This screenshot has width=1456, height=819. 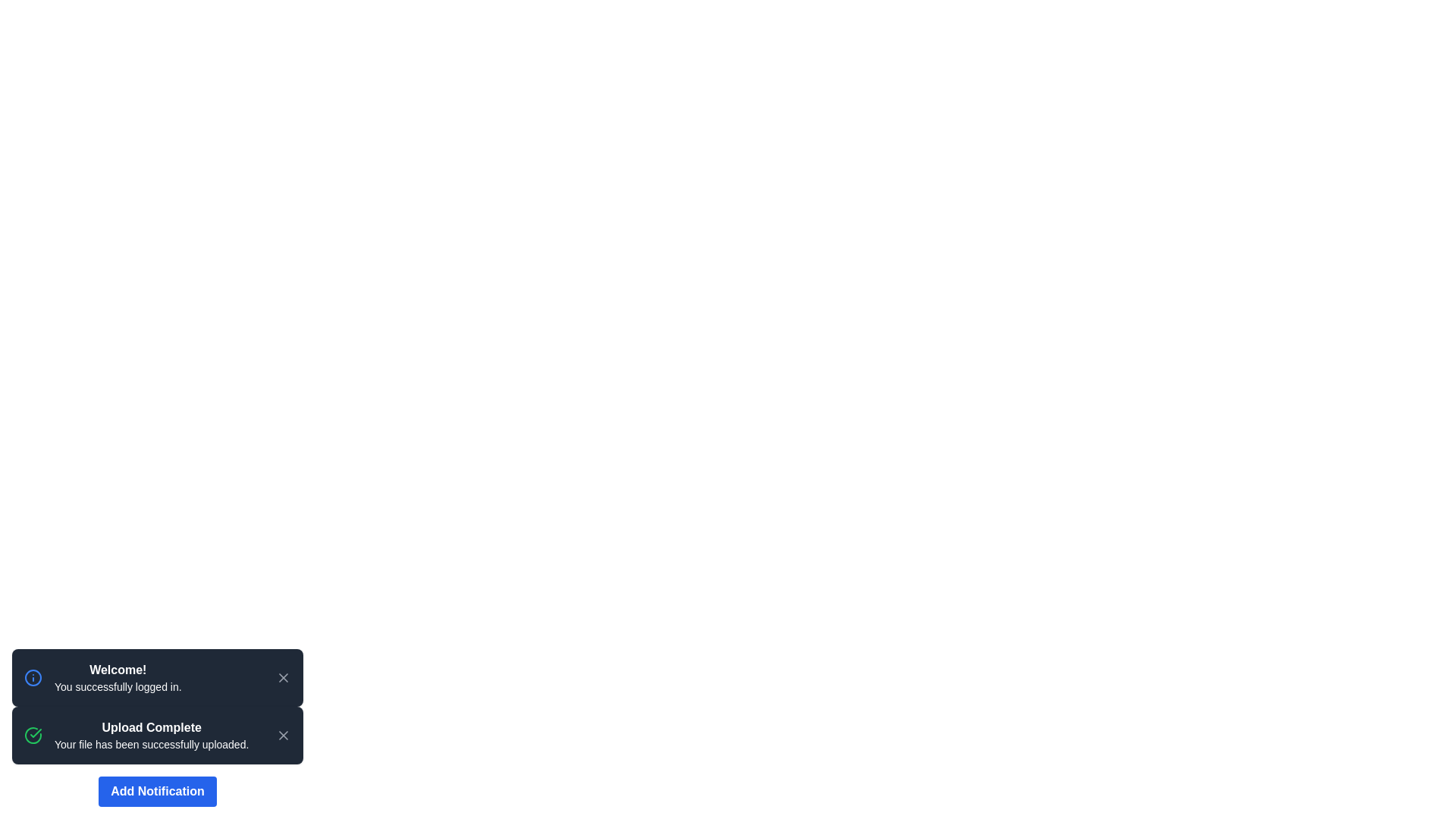 I want to click on the close button located in the top-right corner of the notification box that contains the text 'Welcome! You successfully logged in.' to alter its appearance, so click(x=284, y=677).